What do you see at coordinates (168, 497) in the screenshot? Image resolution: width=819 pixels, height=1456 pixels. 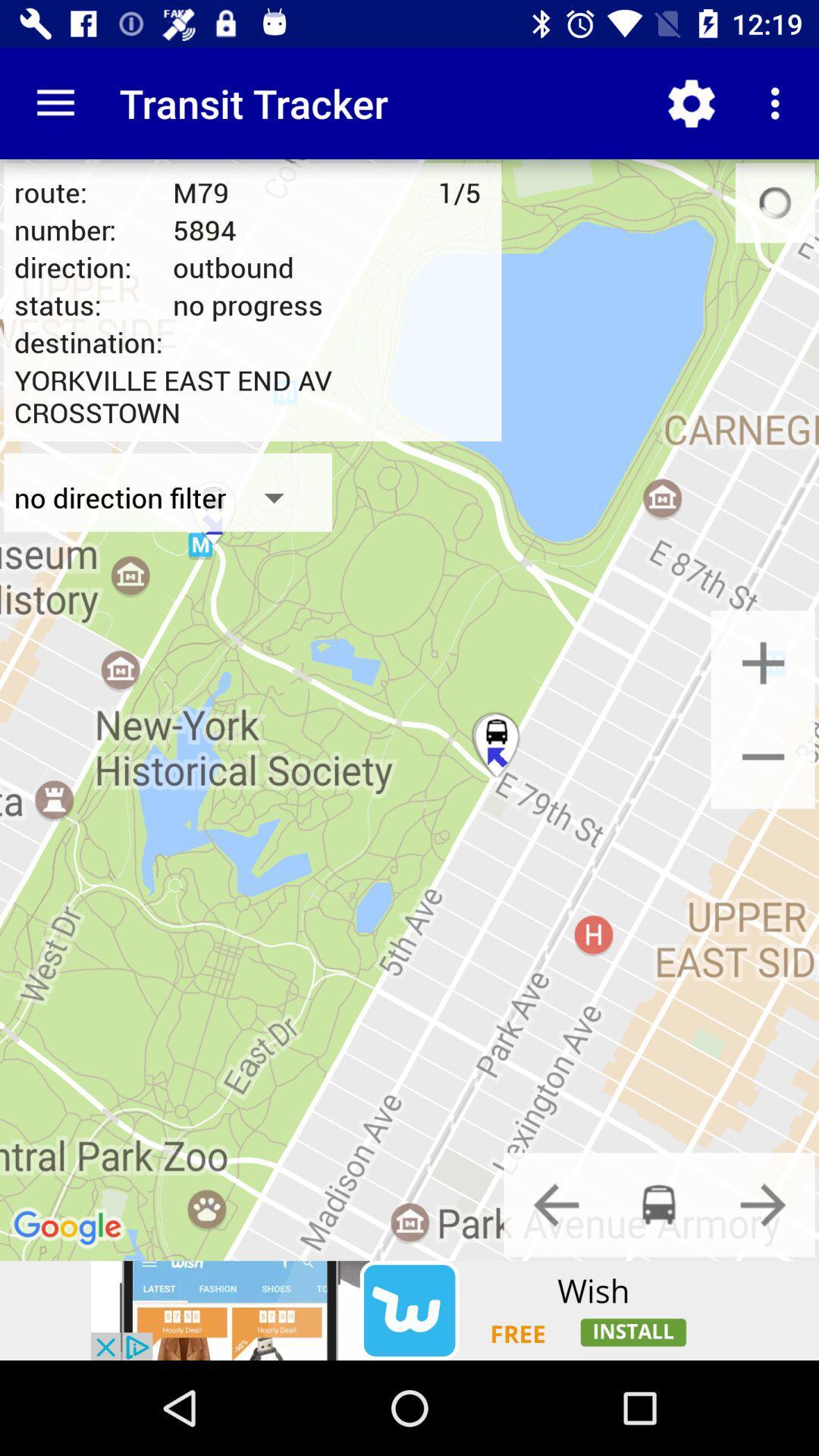 I see `tab no direction filter` at bounding box center [168, 497].